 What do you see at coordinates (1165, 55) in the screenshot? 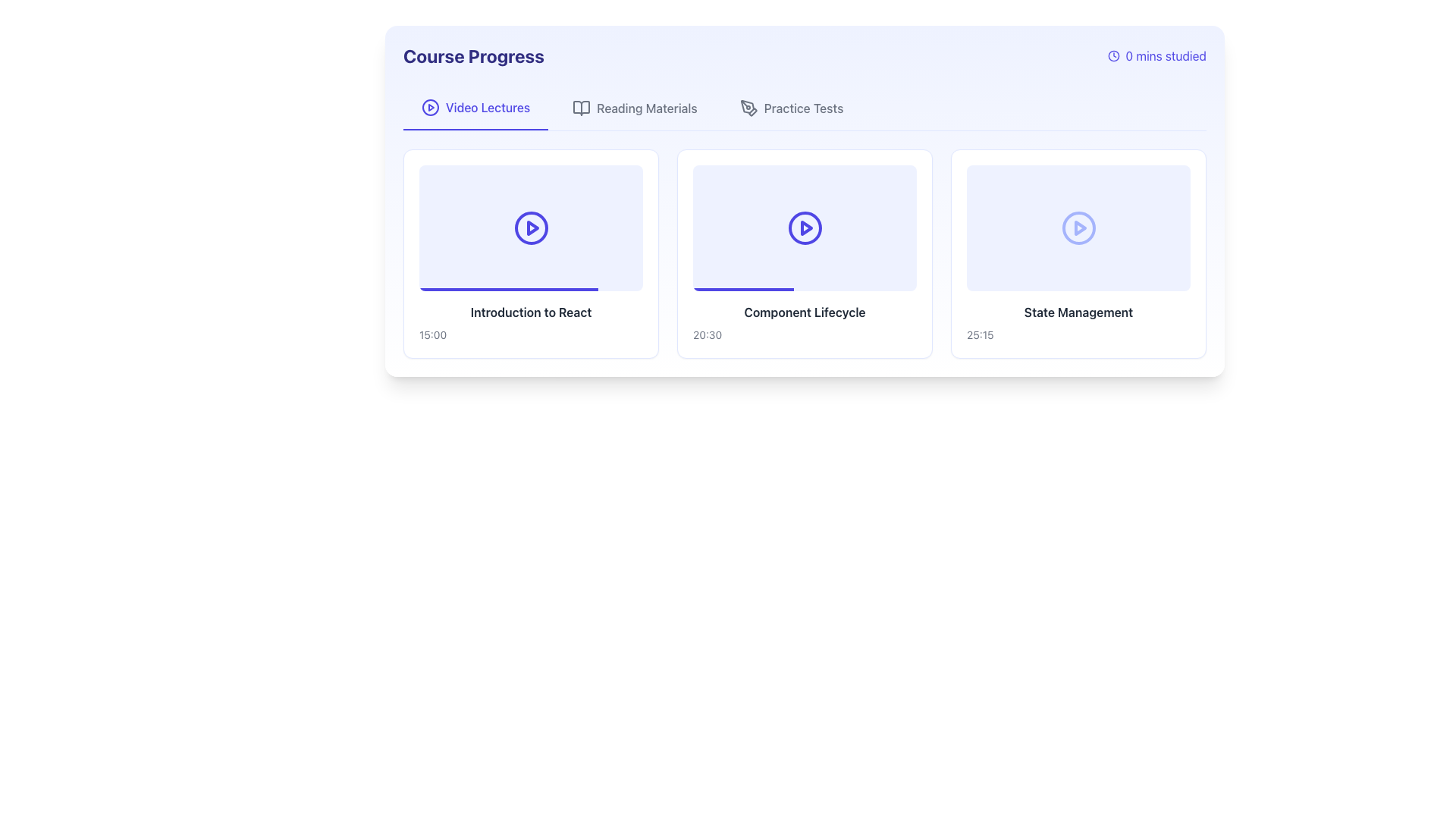
I see `the content of the Text display showing '0 mins studied' in indigo color, located adjacent to a clock icon in the 'Course Progress' section` at bounding box center [1165, 55].